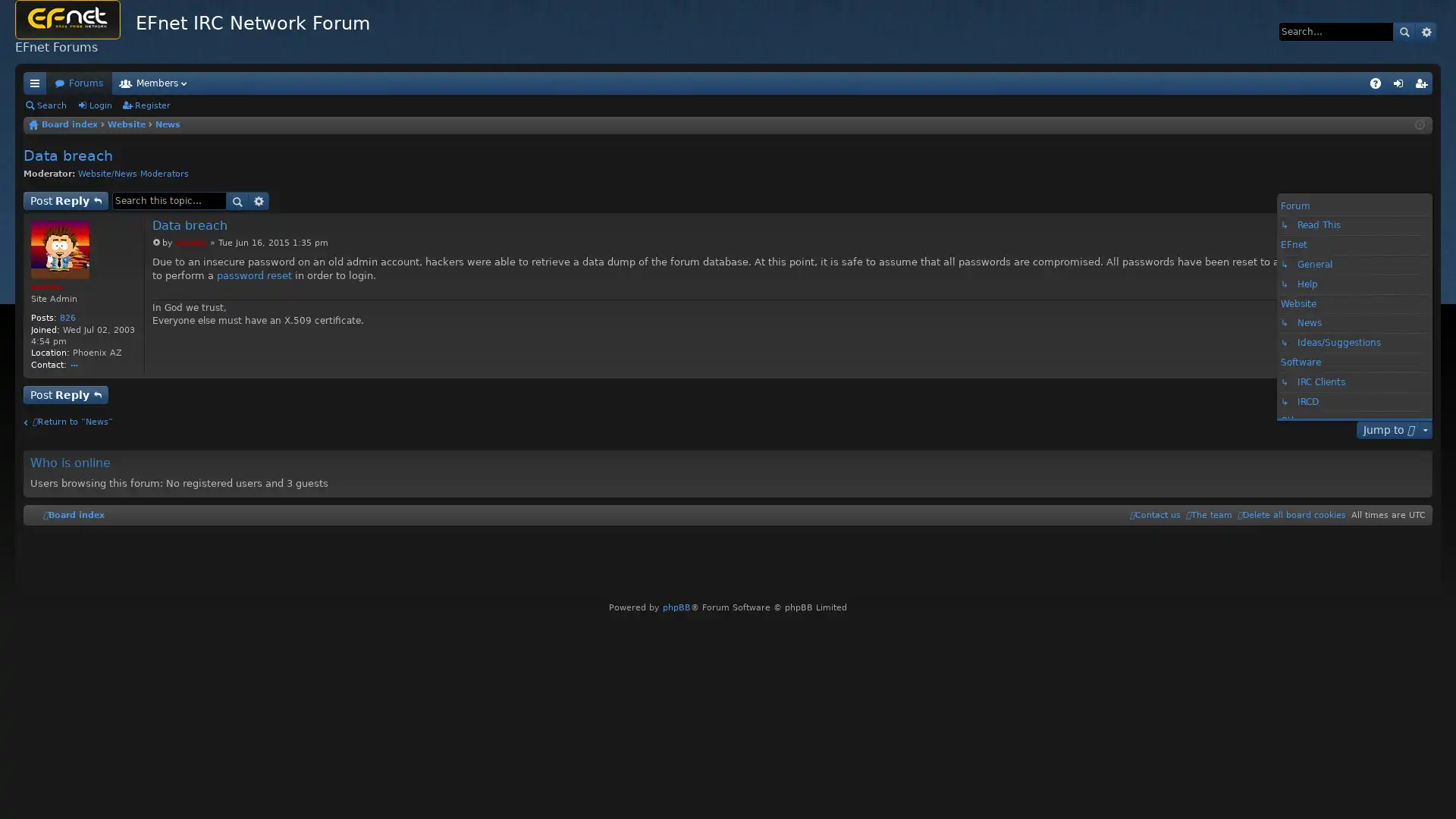 Image resolution: width=1456 pixels, height=819 pixels. What do you see at coordinates (236, 200) in the screenshot?
I see `Search` at bounding box center [236, 200].